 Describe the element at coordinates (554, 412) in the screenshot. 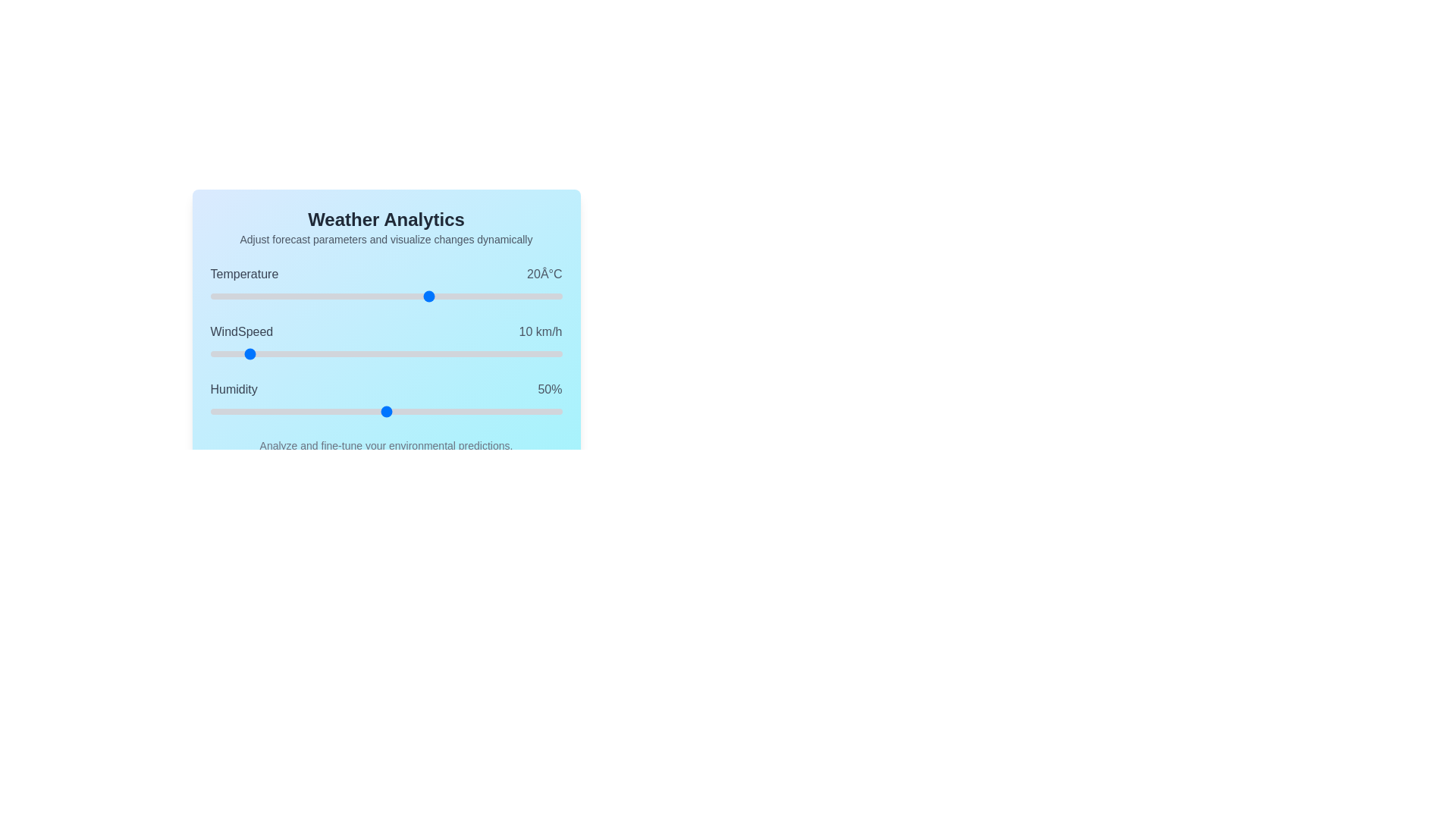

I see `the Humidity slider to set its value to 98` at that location.